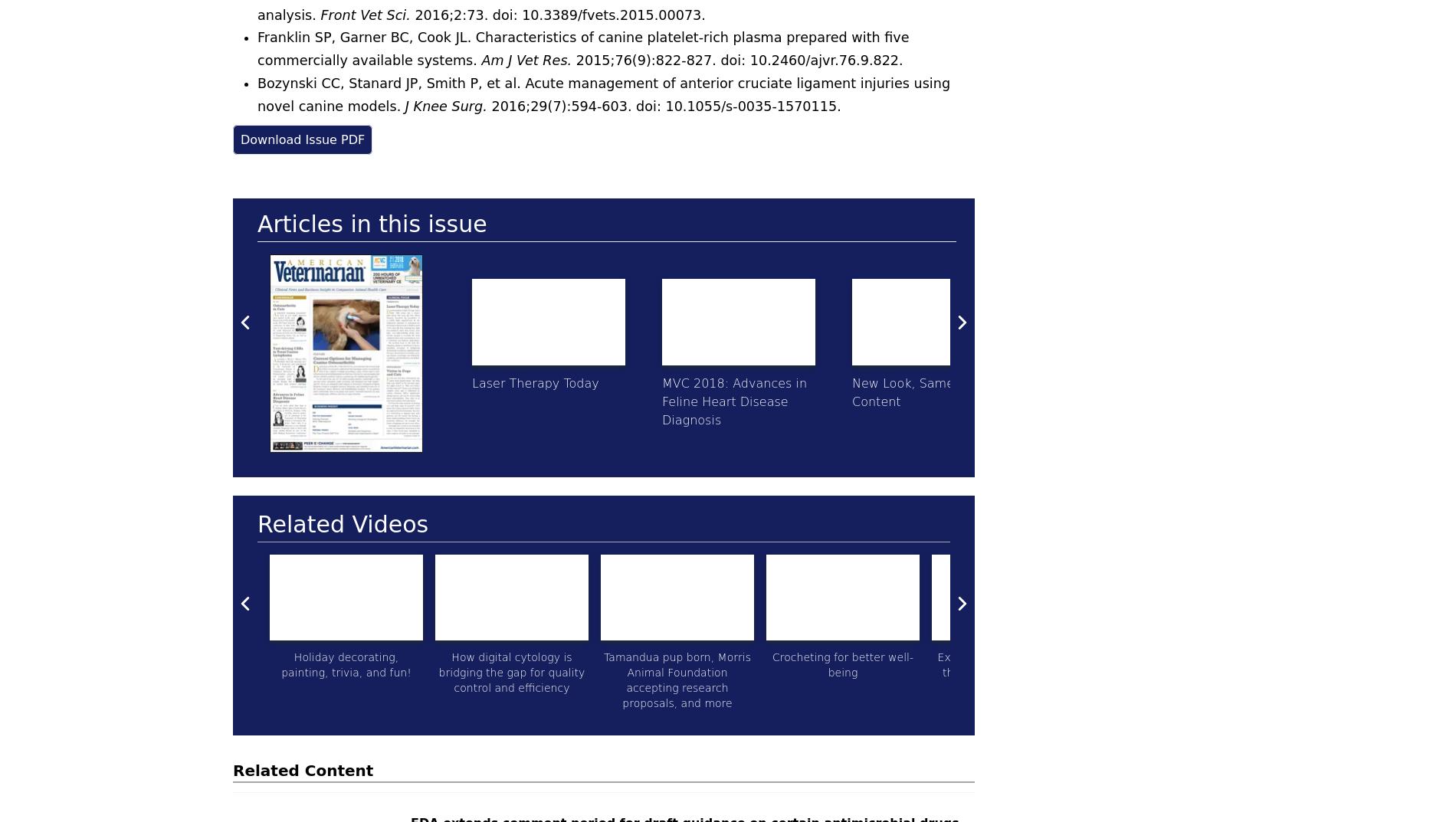  I want to click on 'Comparing extracorporeal shockwave therapy products', so click(1173, 672).